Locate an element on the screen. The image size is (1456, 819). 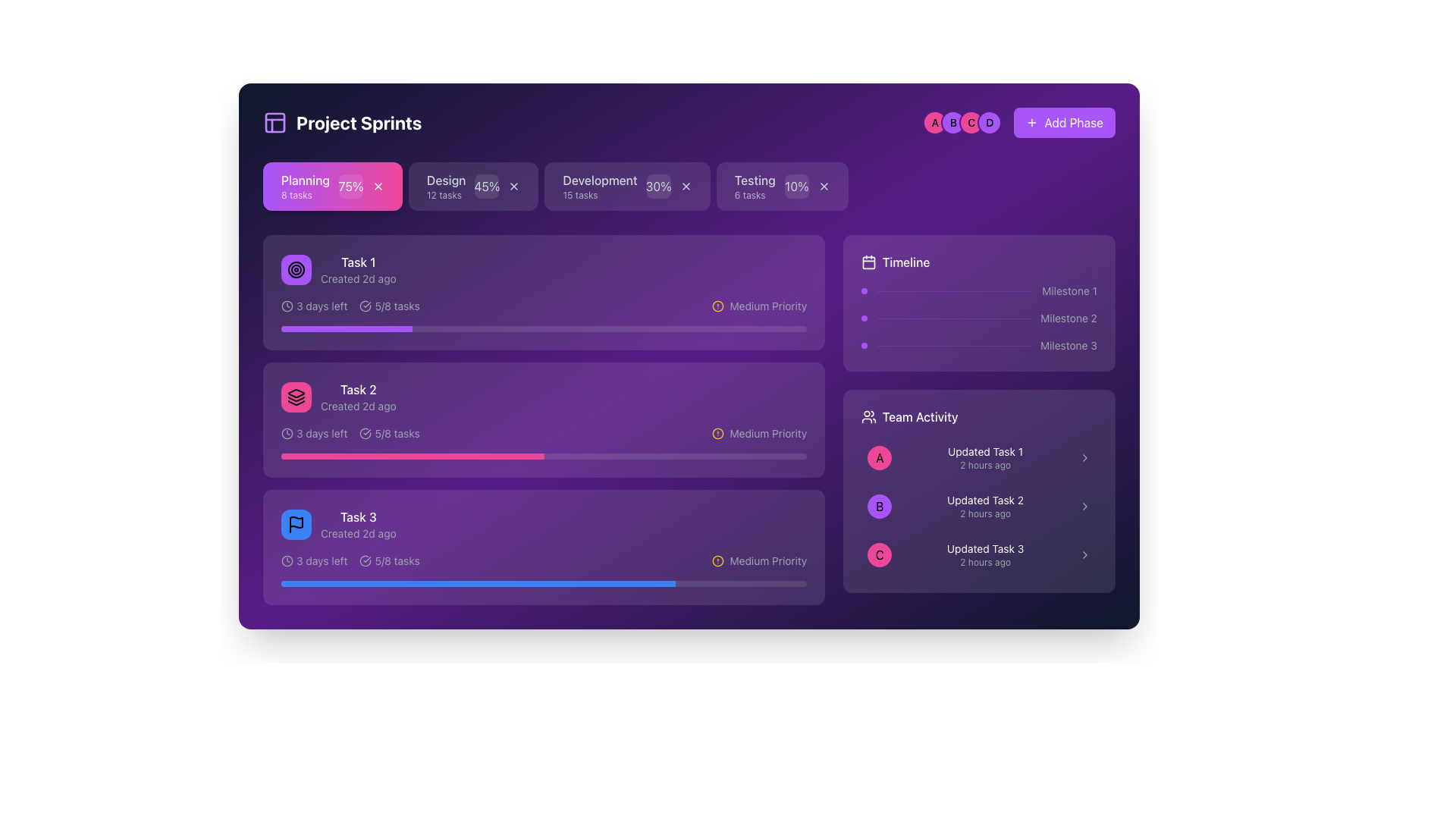
the text label indicating when the task update occurred, located in the 'Team Activity' section beneath 'Updated Task 1' is located at coordinates (985, 464).